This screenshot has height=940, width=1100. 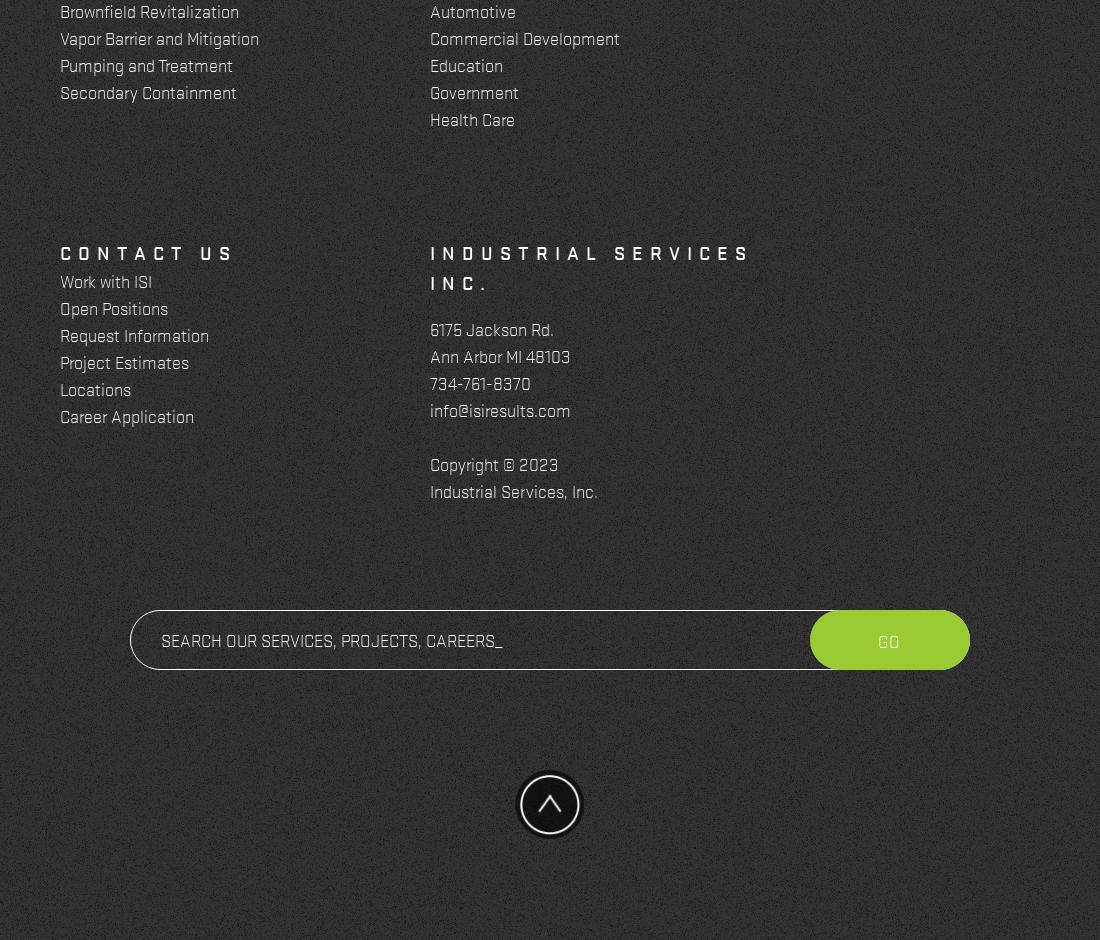 What do you see at coordinates (58, 252) in the screenshot?
I see `'Contact Us'` at bounding box center [58, 252].